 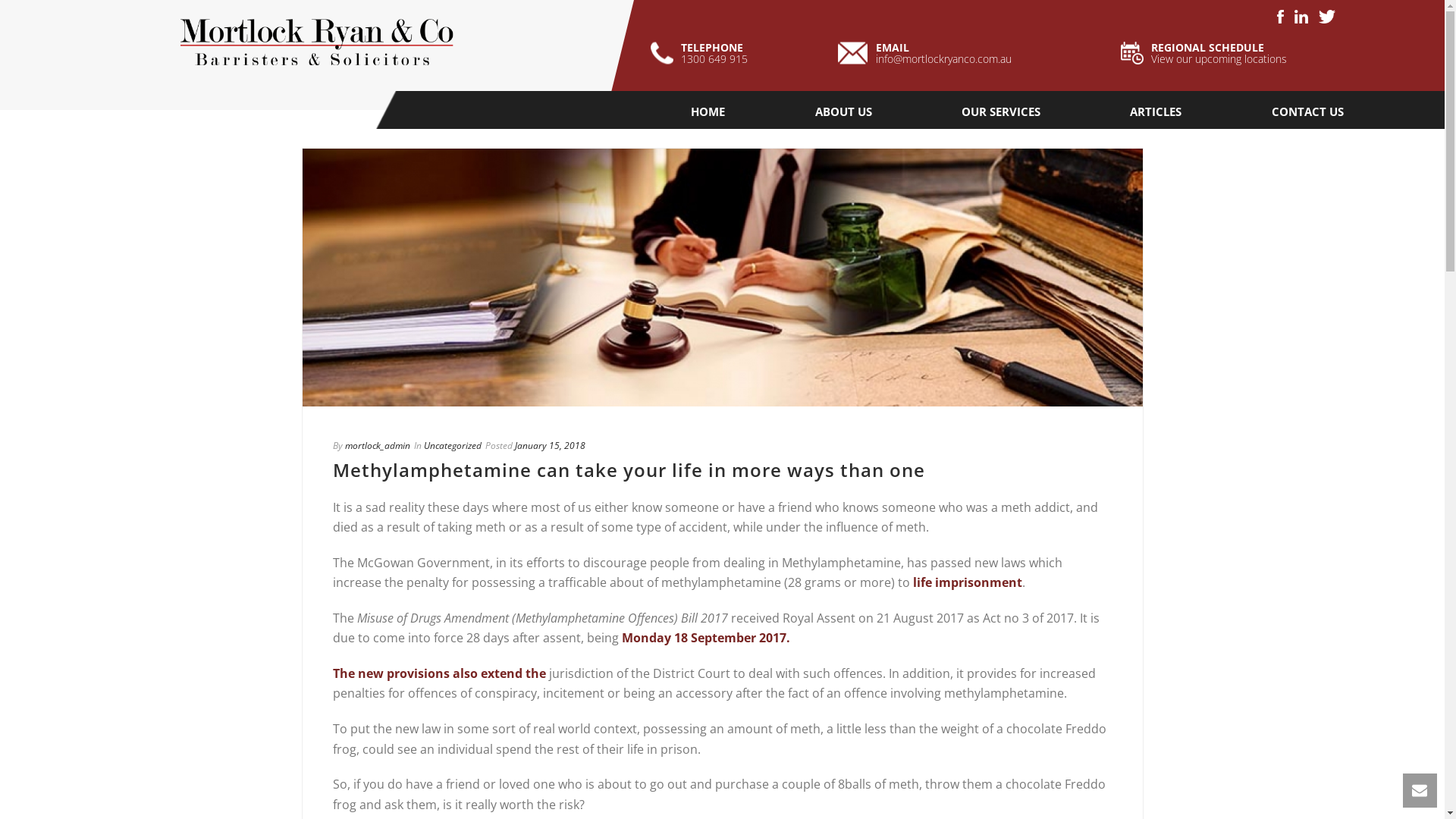 I want to click on 'regional_schedule', so click(x=1131, y=52).